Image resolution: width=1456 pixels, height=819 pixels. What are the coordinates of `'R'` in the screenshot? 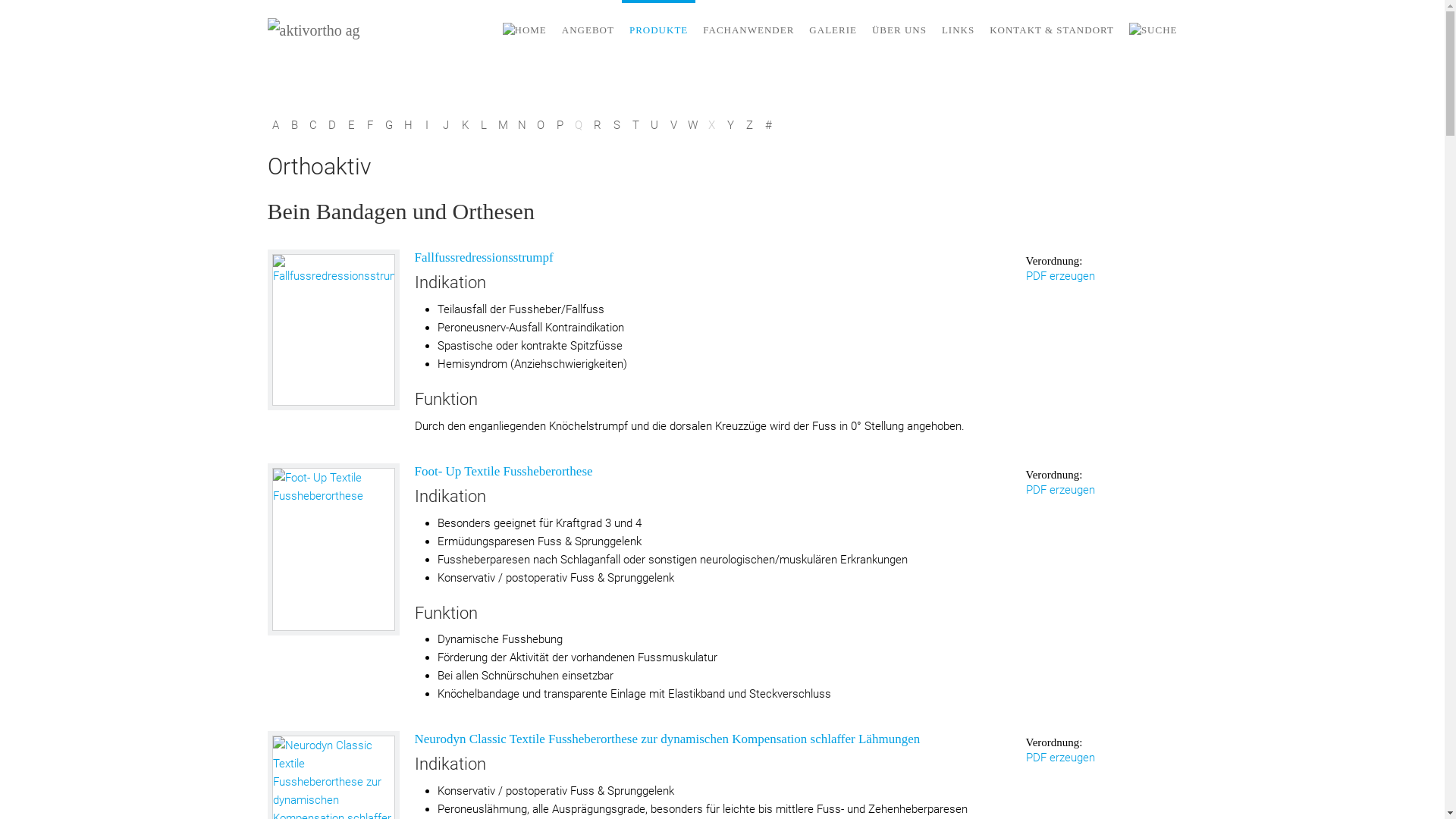 It's located at (588, 124).